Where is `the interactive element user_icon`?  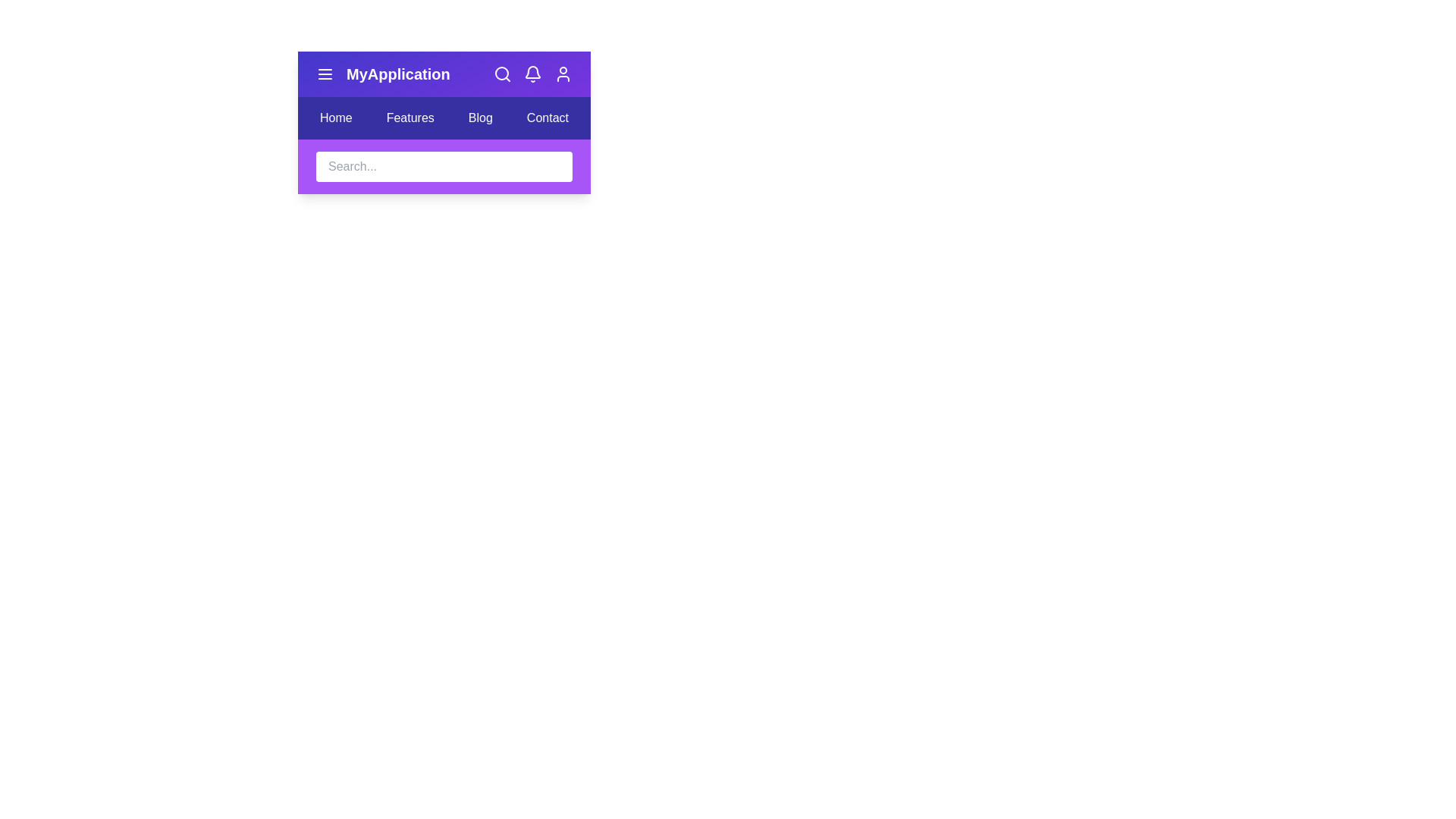 the interactive element user_icon is located at coordinates (563, 74).